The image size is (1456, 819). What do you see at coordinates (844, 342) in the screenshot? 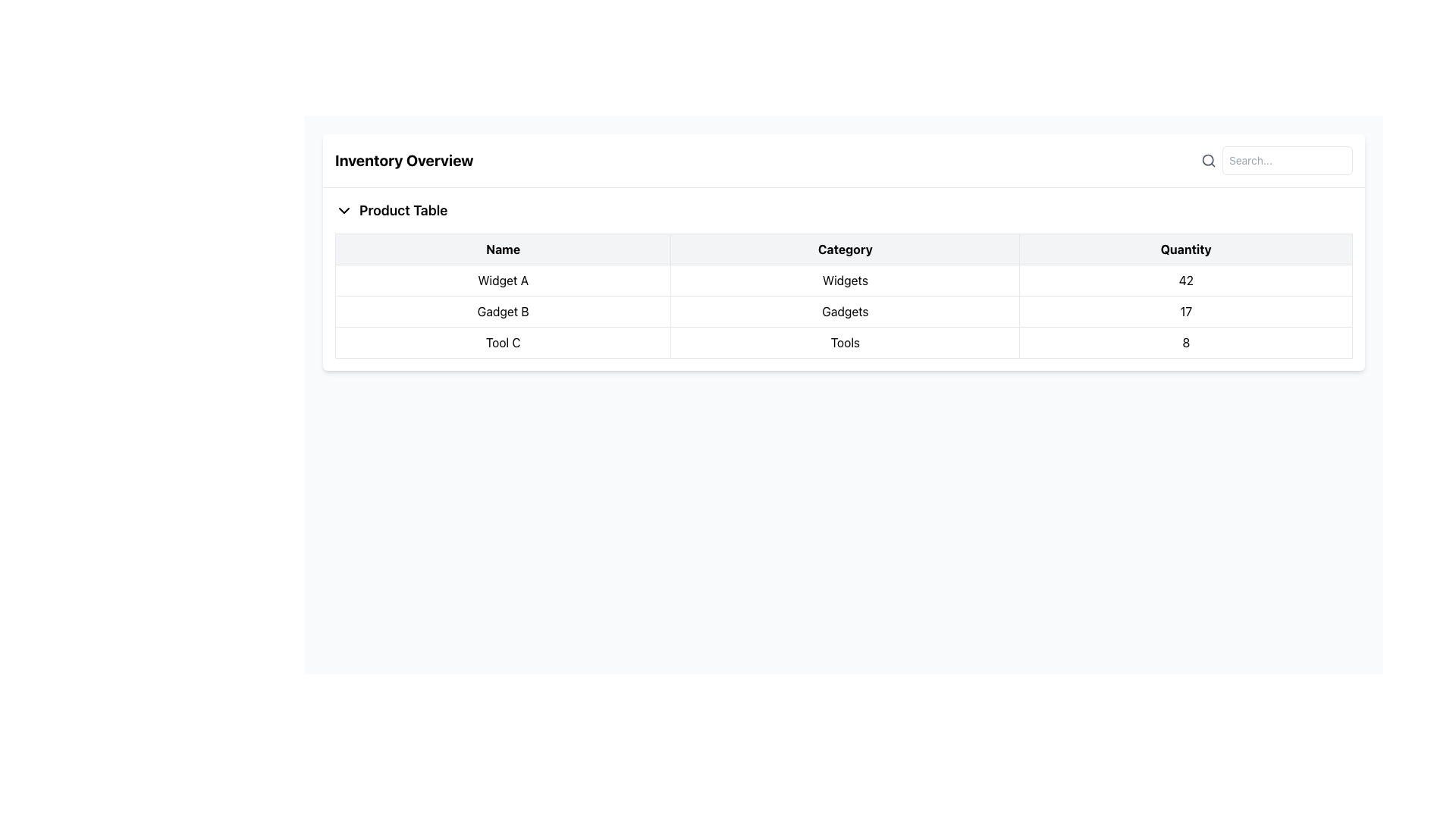
I see `the 'Tools' label element, which is a textual label styled with padding and a border, located in the 'Category' column of the table row aligned with 'Tool C'` at bounding box center [844, 342].